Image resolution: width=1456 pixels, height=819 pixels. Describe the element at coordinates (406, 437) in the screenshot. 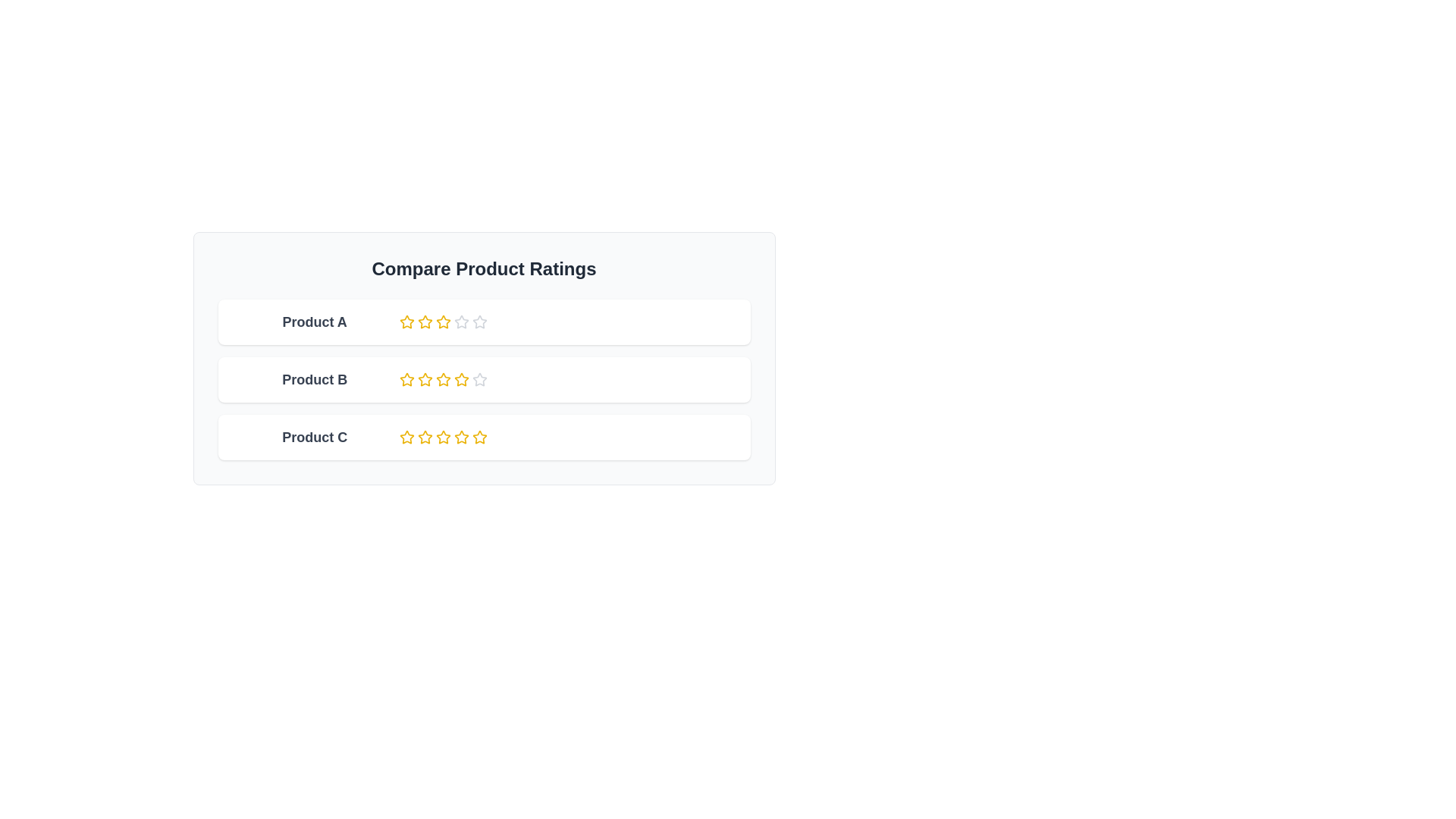

I see `the fifth star in the rating row` at that location.